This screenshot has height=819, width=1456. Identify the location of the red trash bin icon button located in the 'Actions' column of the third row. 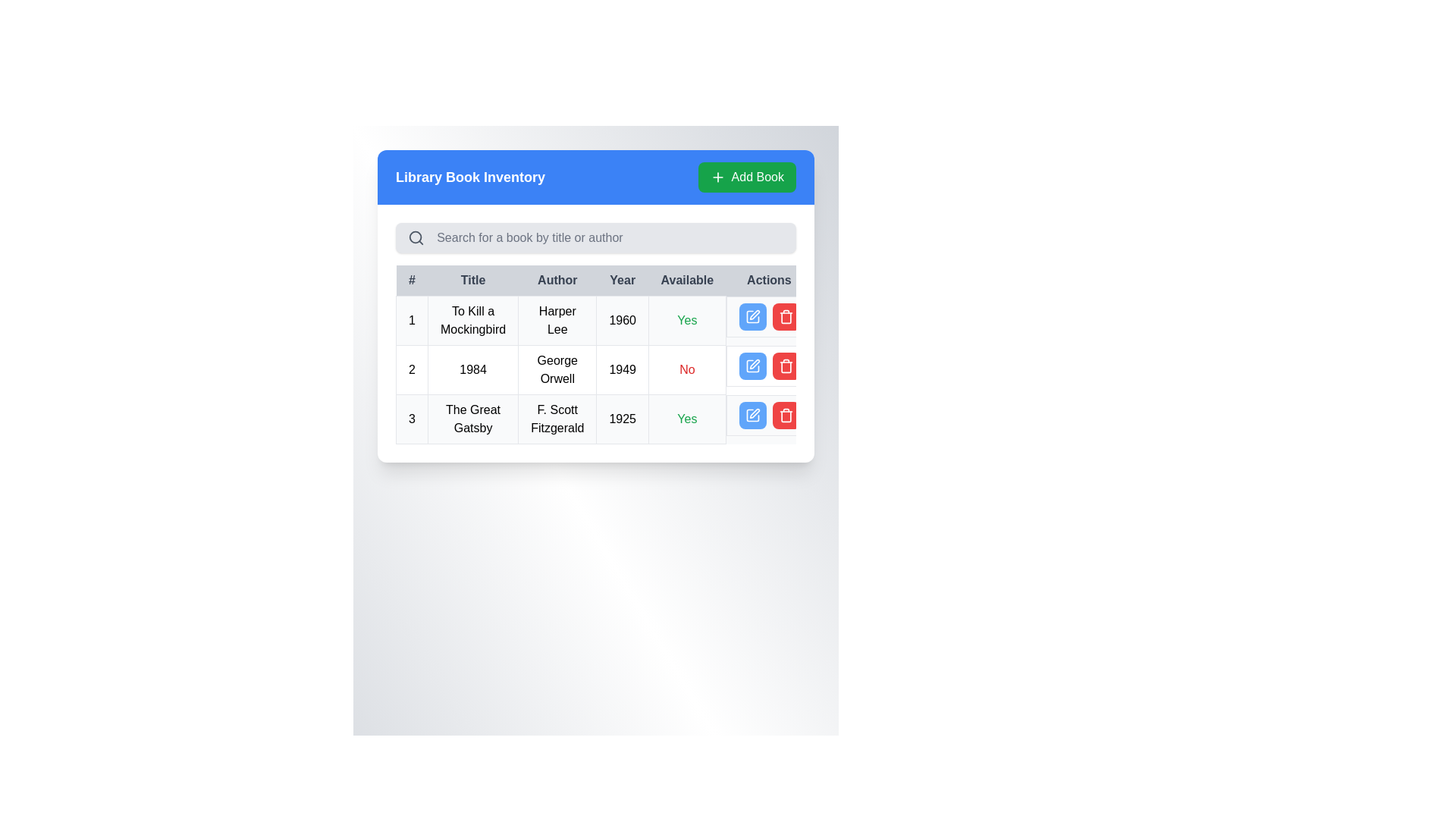
(786, 415).